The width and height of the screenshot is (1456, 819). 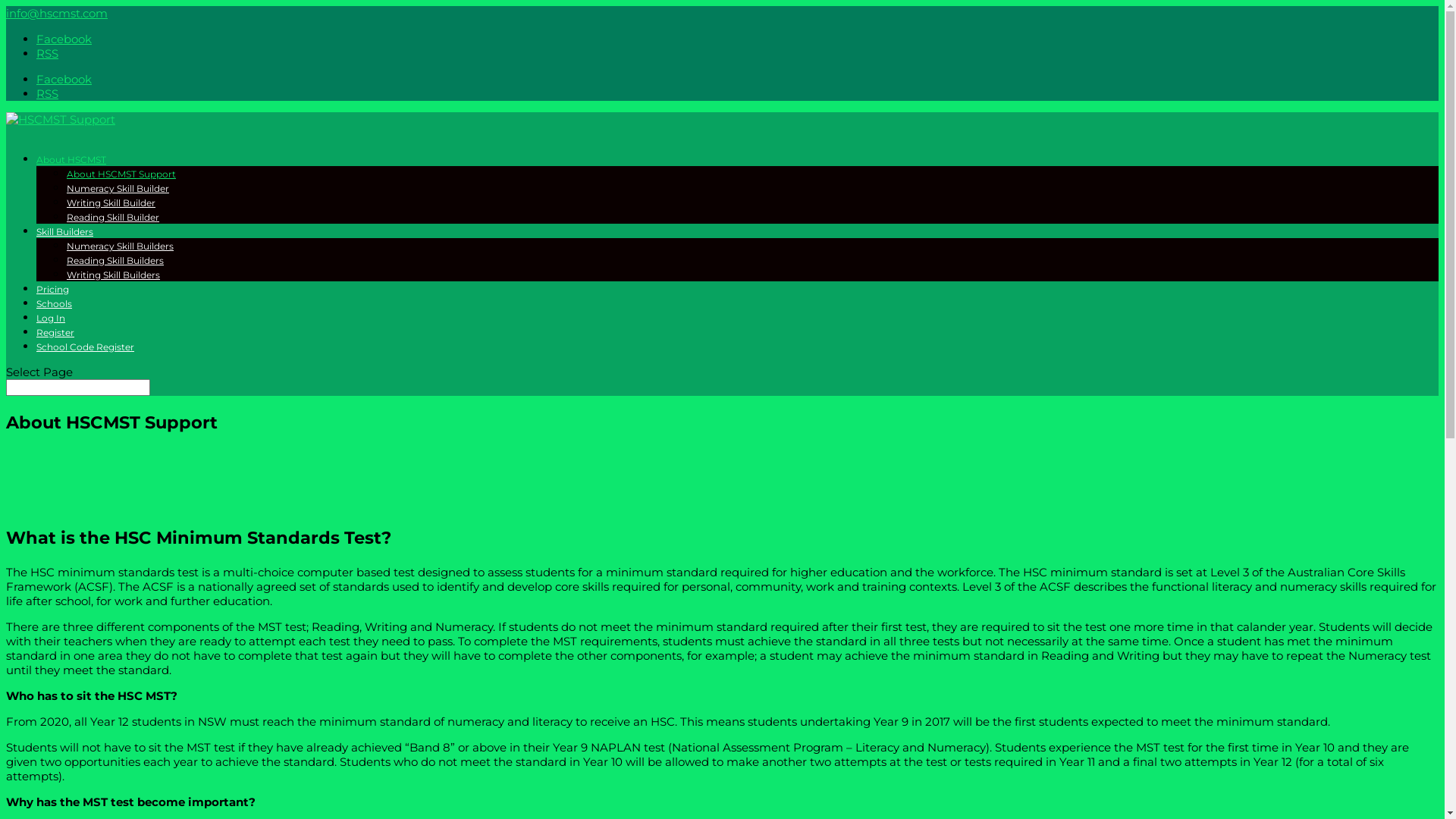 What do you see at coordinates (47, 52) in the screenshot?
I see `'RSS'` at bounding box center [47, 52].